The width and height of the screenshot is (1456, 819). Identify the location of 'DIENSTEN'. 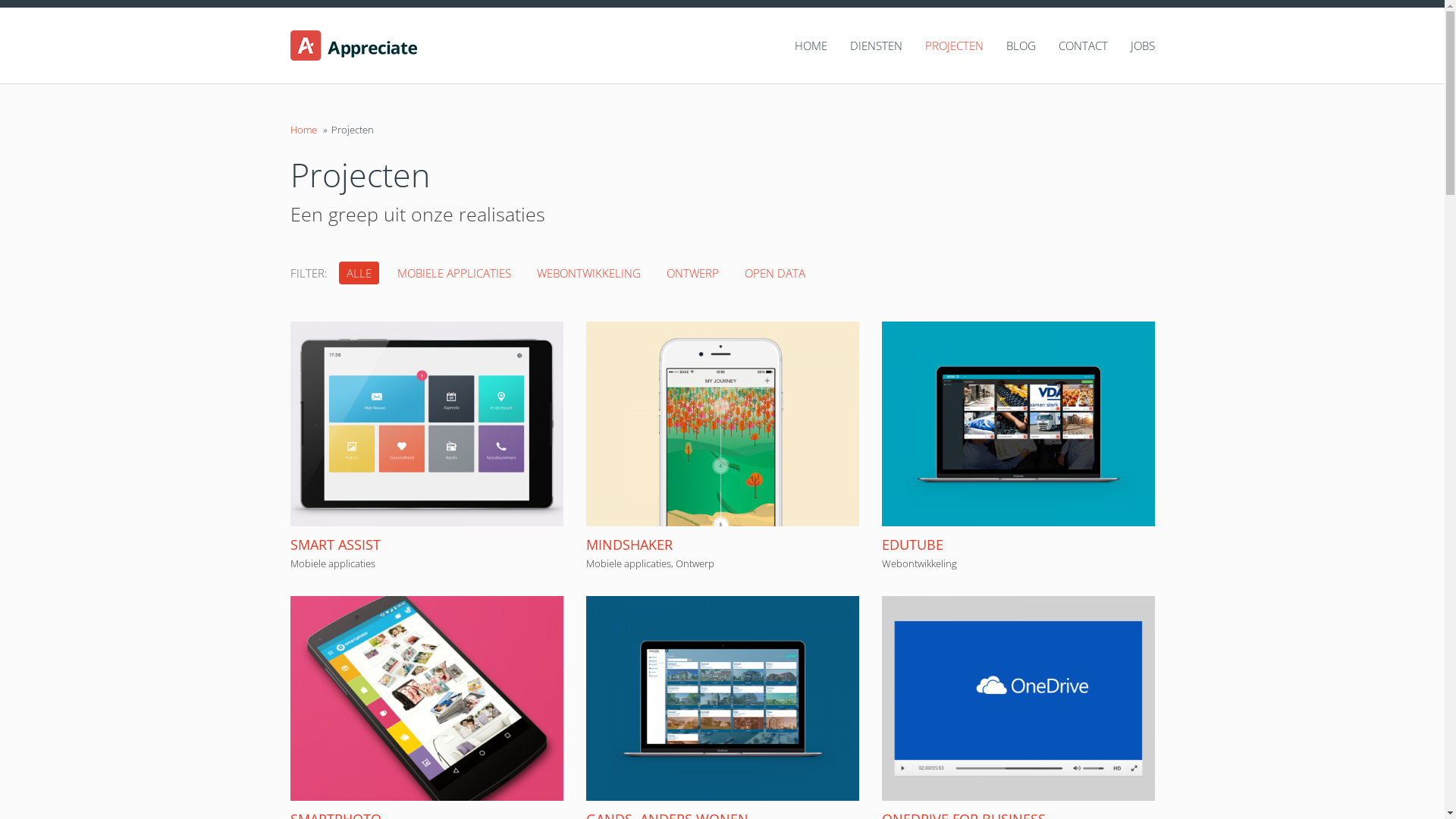
(864, 45).